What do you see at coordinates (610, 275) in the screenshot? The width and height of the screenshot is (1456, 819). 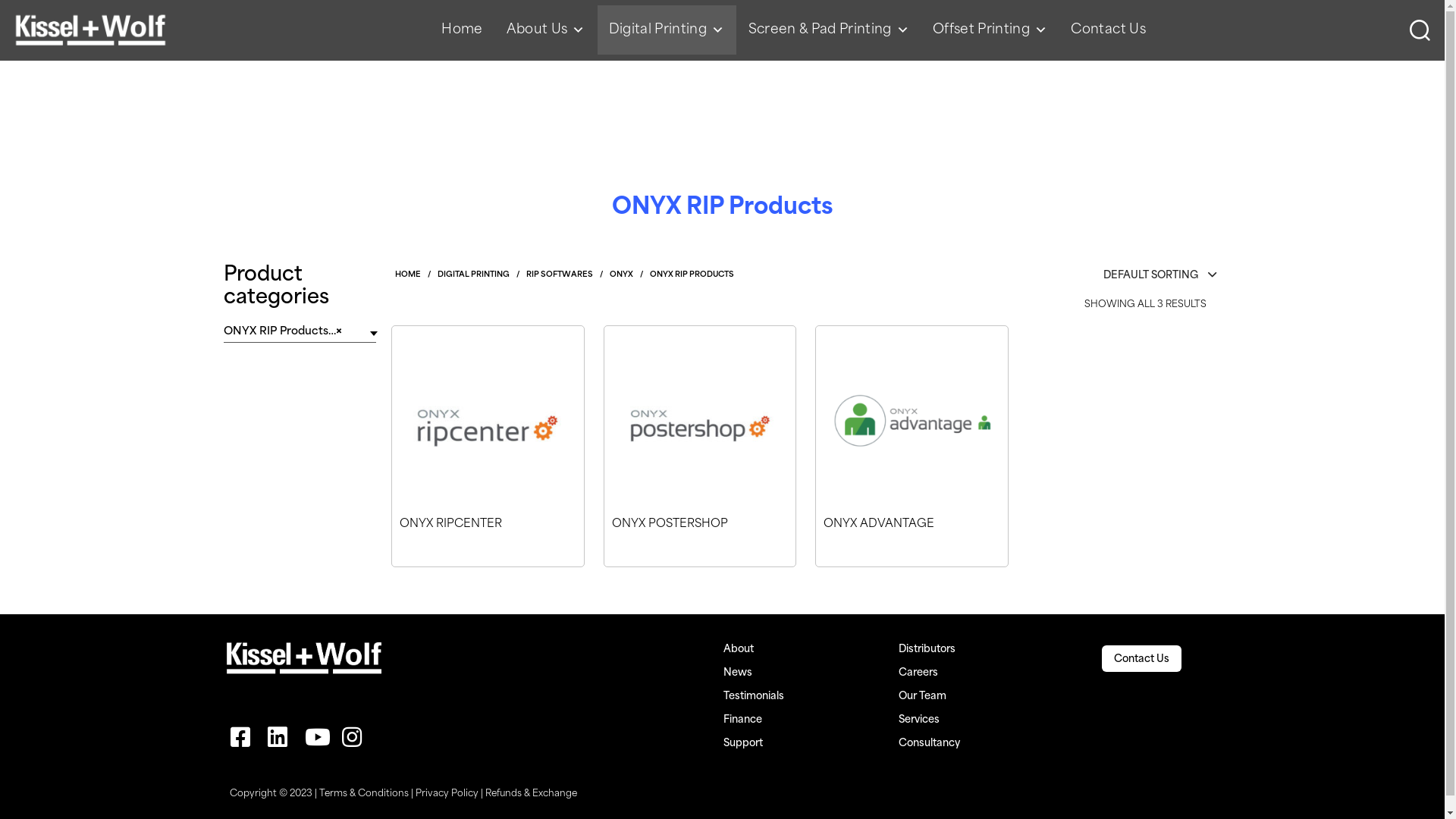 I see `'ONYX'` at bounding box center [610, 275].